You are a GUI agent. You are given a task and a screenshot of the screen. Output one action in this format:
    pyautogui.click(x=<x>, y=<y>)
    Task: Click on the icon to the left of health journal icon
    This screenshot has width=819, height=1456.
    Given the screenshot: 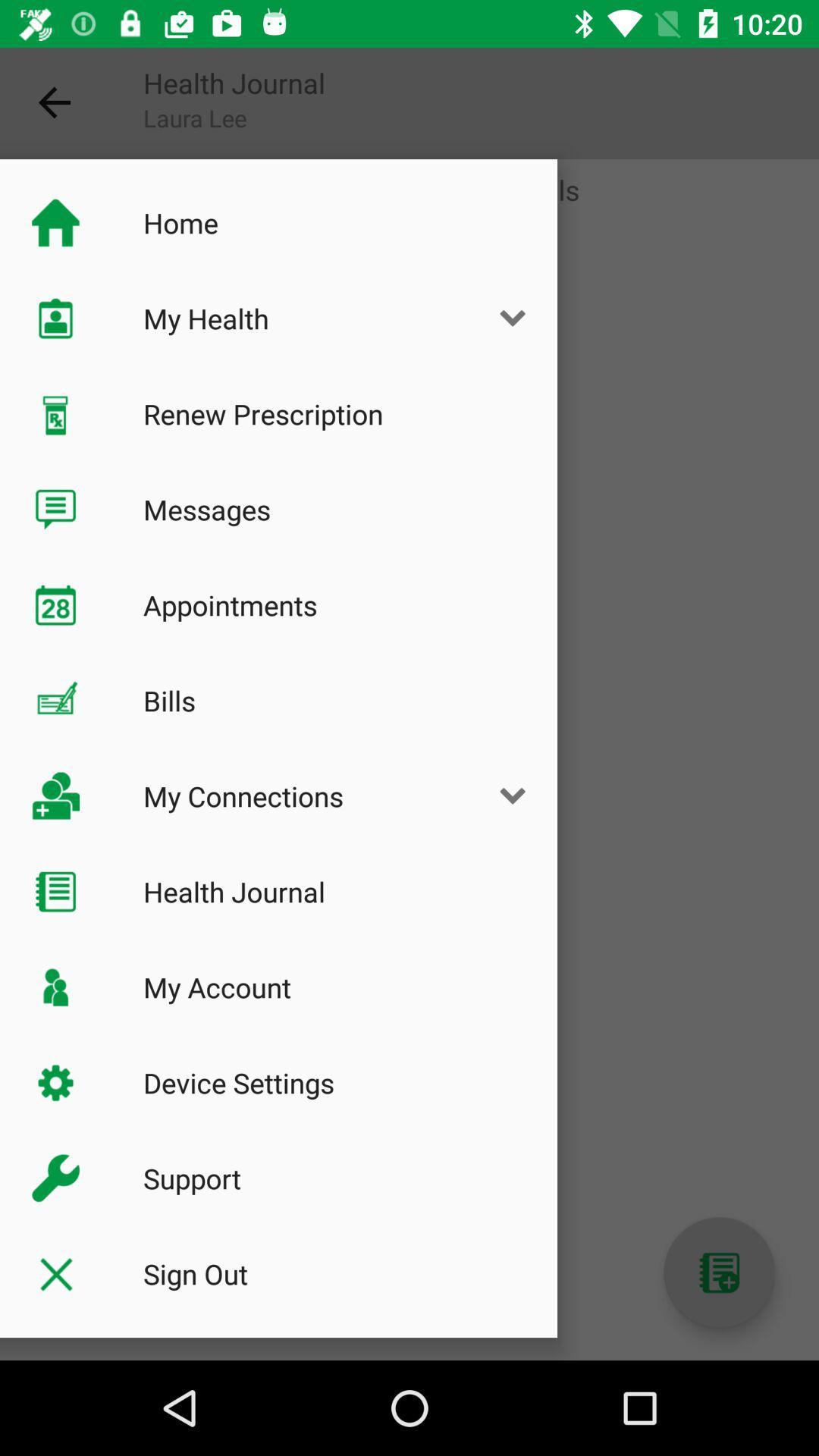 What is the action you would take?
    pyautogui.click(x=55, y=102)
    